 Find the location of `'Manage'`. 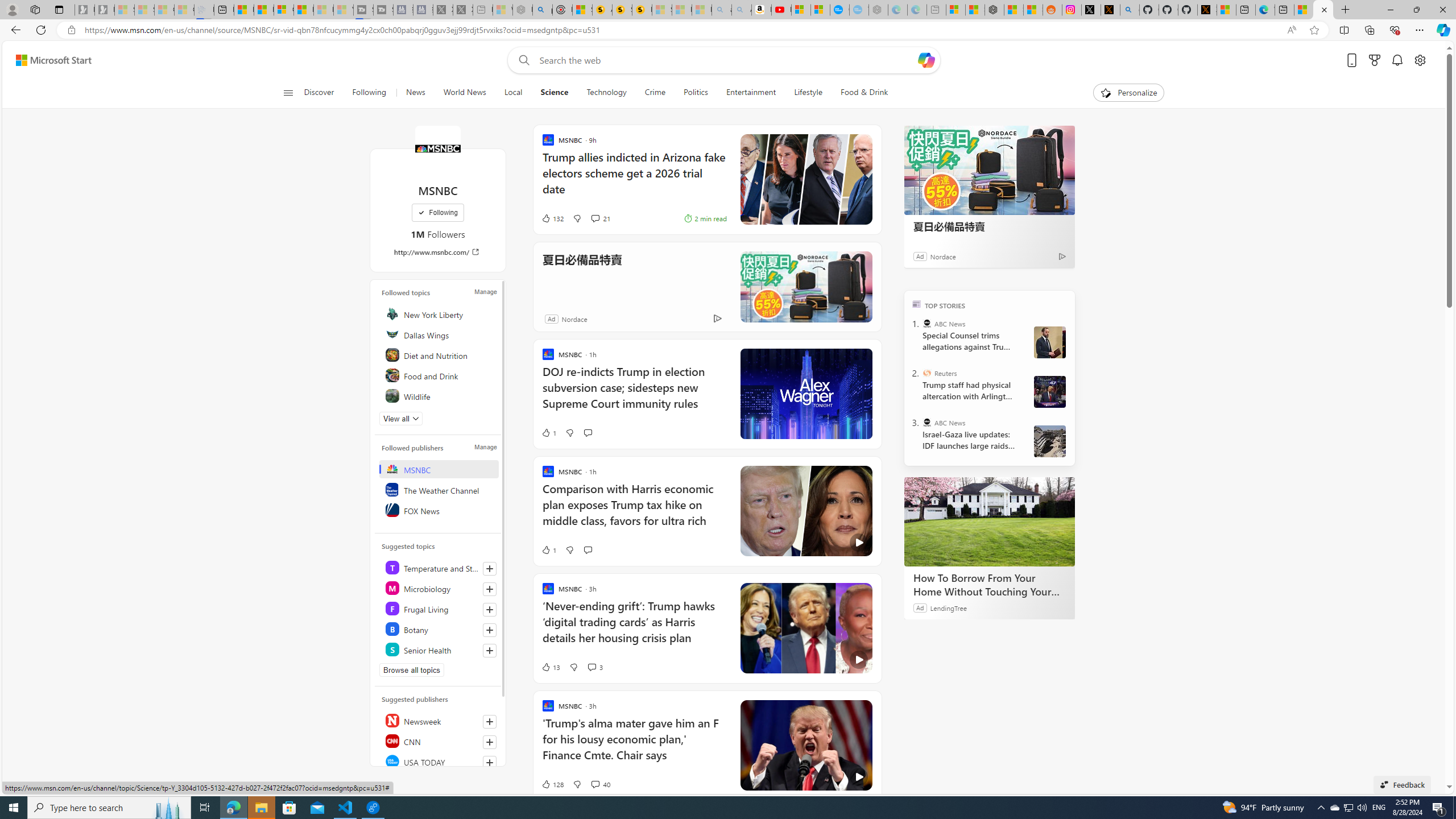

'Manage' is located at coordinates (485, 446).